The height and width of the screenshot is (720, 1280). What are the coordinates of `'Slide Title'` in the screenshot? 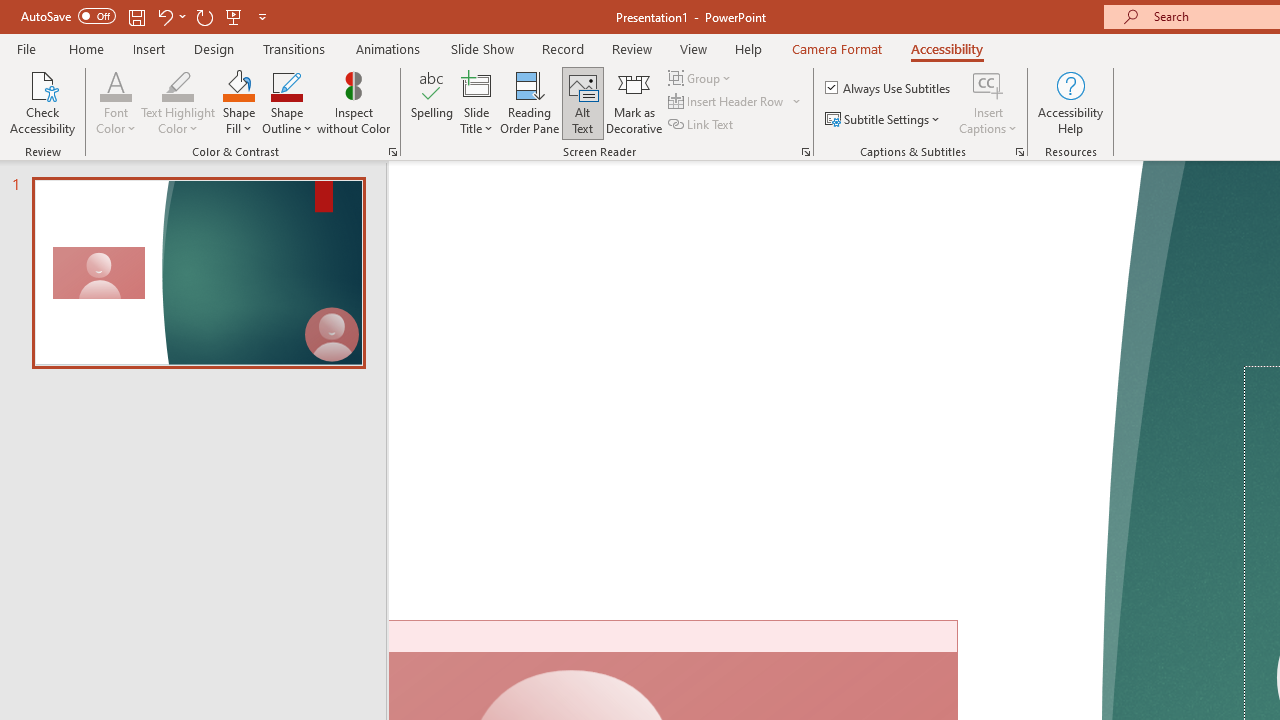 It's located at (475, 103).